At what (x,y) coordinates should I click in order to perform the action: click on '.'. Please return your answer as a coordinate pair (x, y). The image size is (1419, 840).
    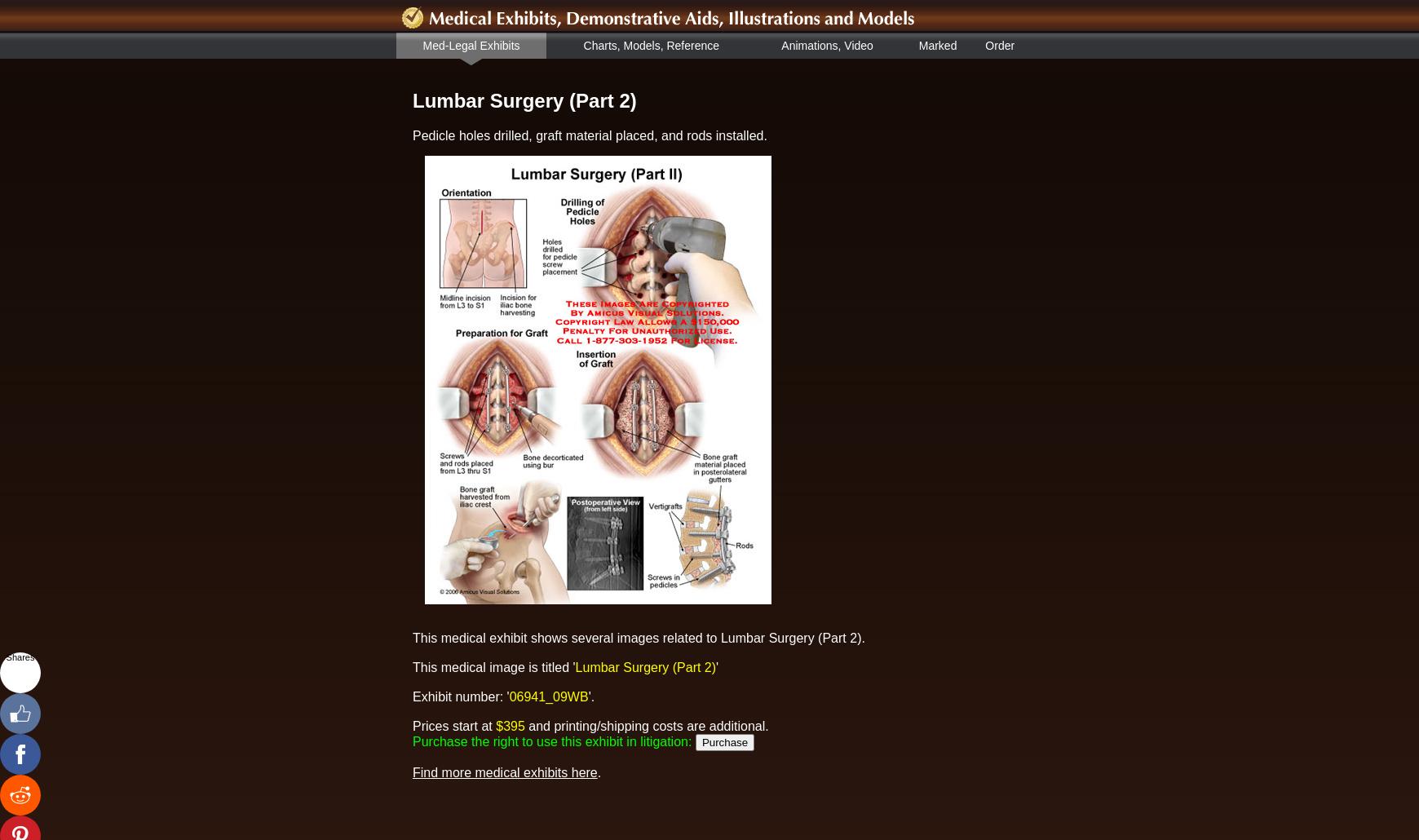
    Looking at the image, I should click on (597, 771).